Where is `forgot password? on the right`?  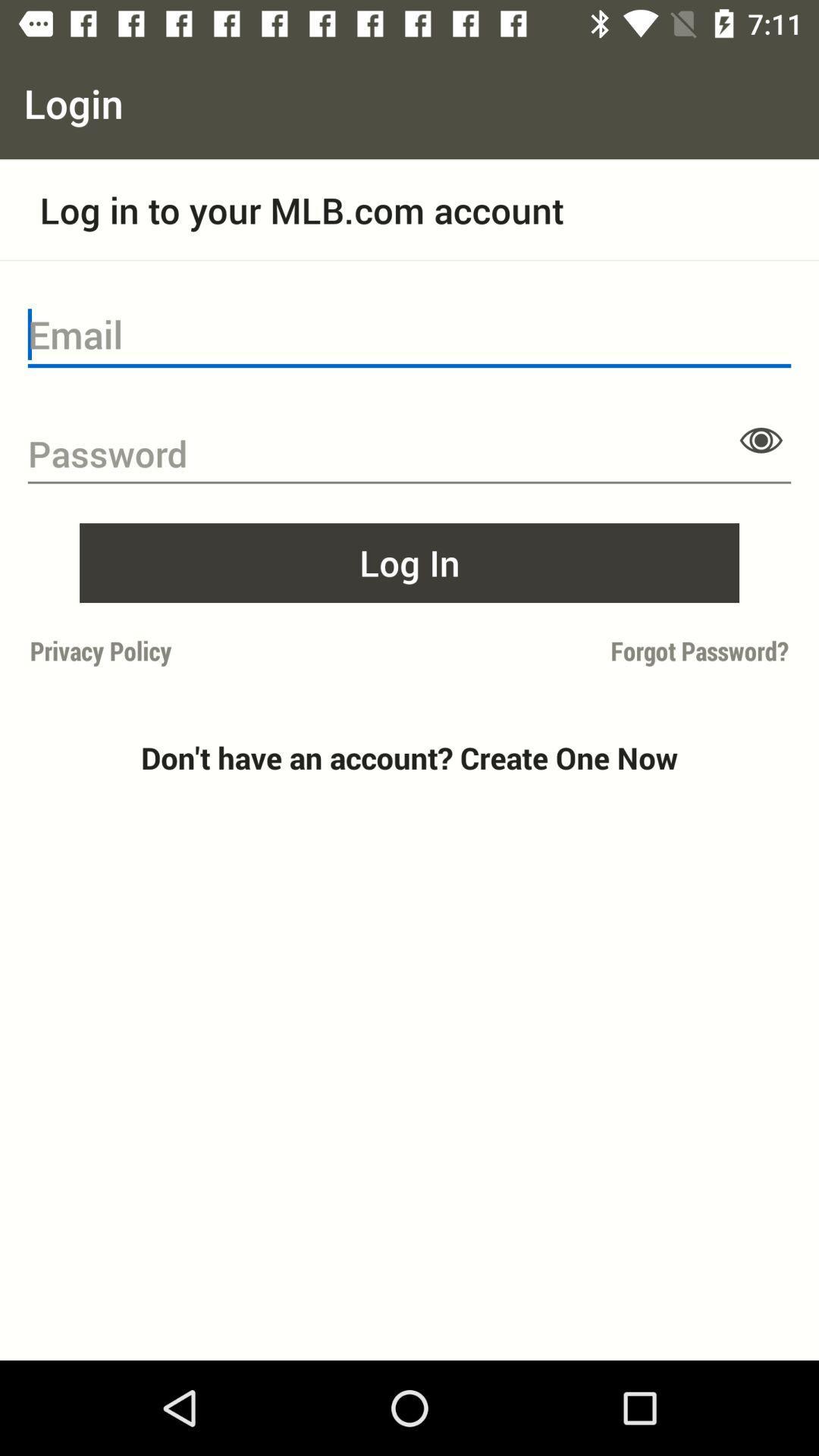 forgot password? on the right is located at coordinates (603, 651).